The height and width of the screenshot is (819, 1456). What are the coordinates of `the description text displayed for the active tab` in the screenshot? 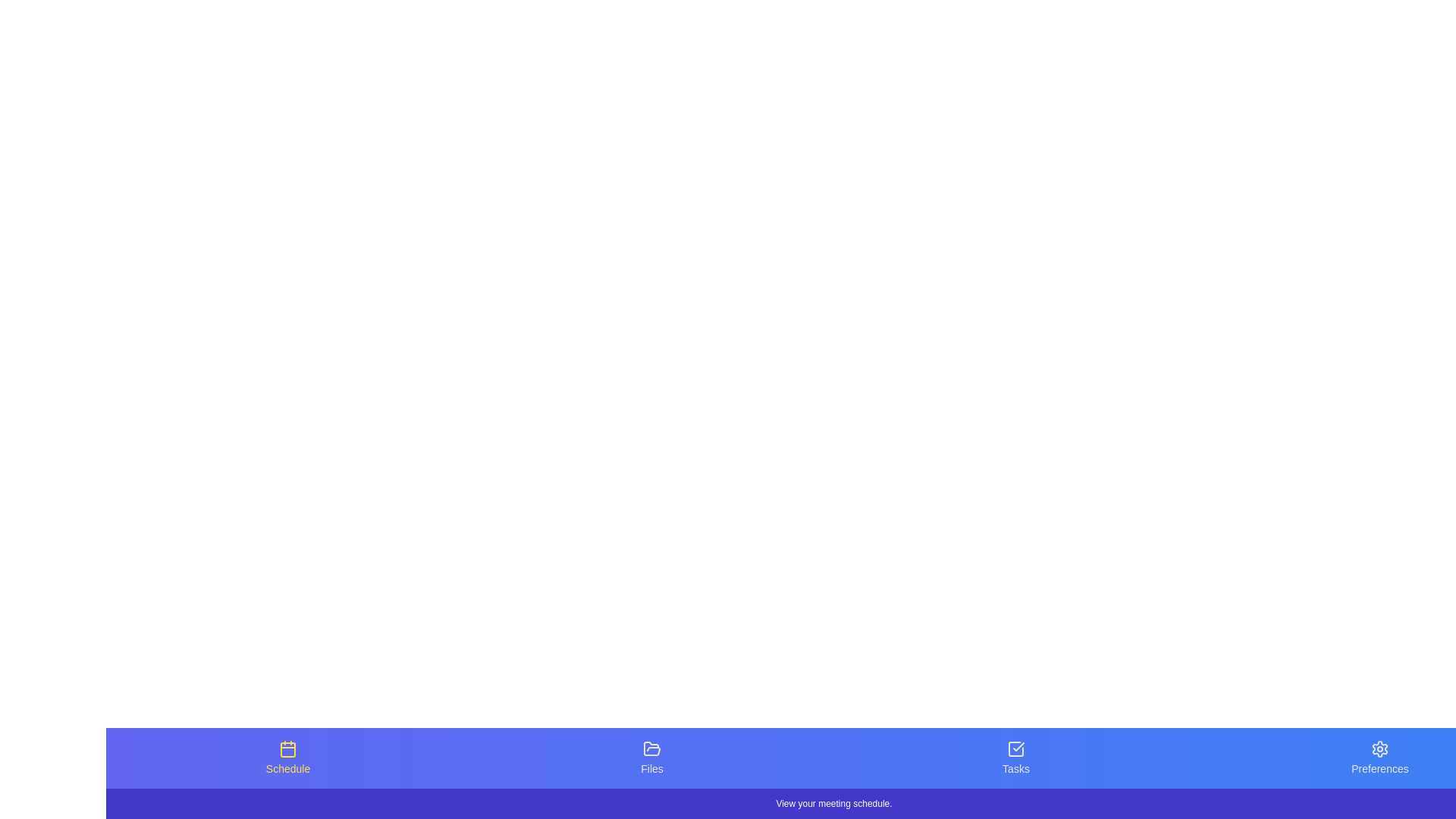 It's located at (833, 803).